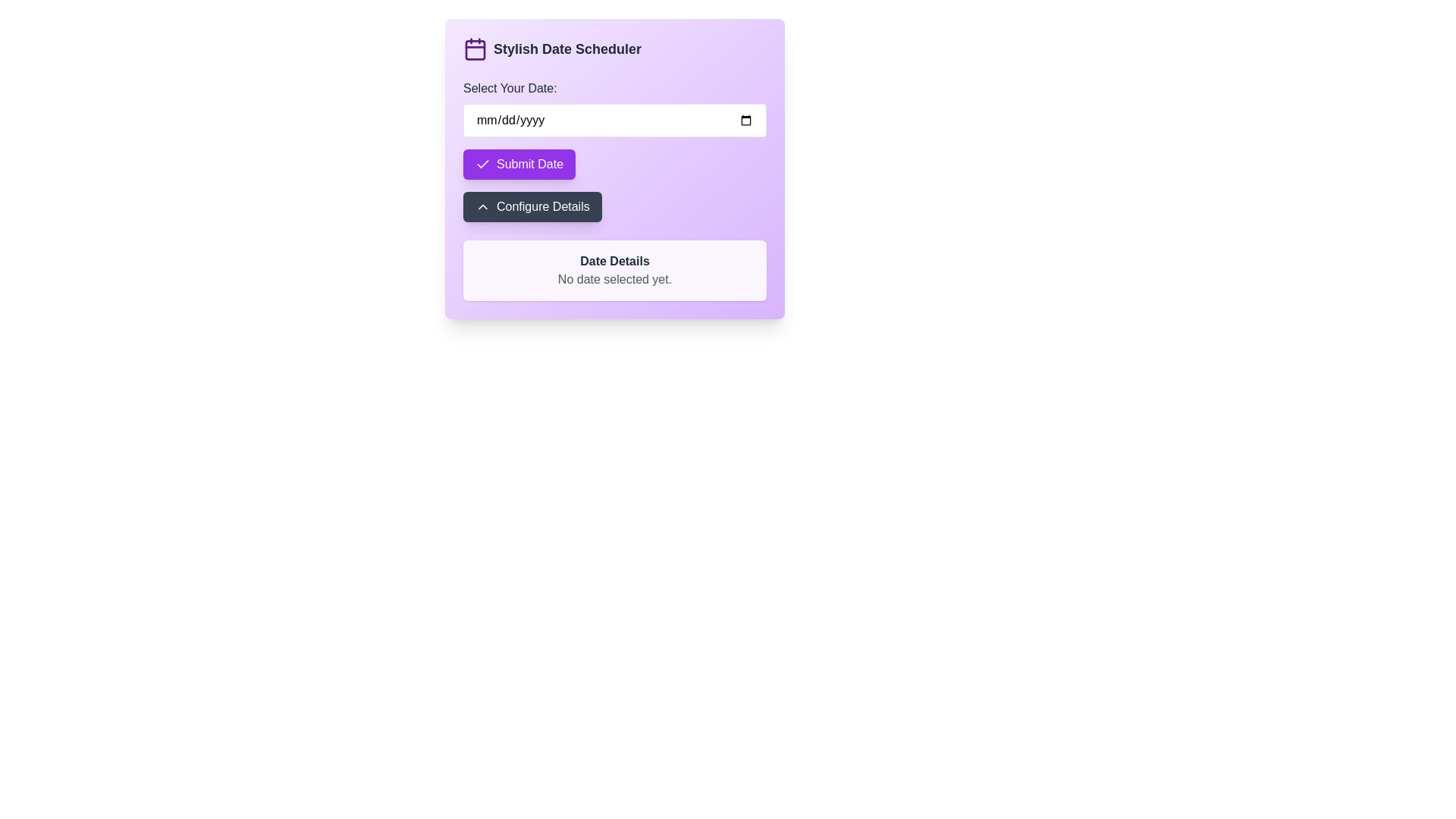 The width and height of the screenshot is (1456, 819). Describe the element at coordinates (510, 88) in the screenshot. I see `the 'Select Your Date:' label, which is a gray text label with medium font weight, positioned on a purple background in the scheduling interface` at that location.